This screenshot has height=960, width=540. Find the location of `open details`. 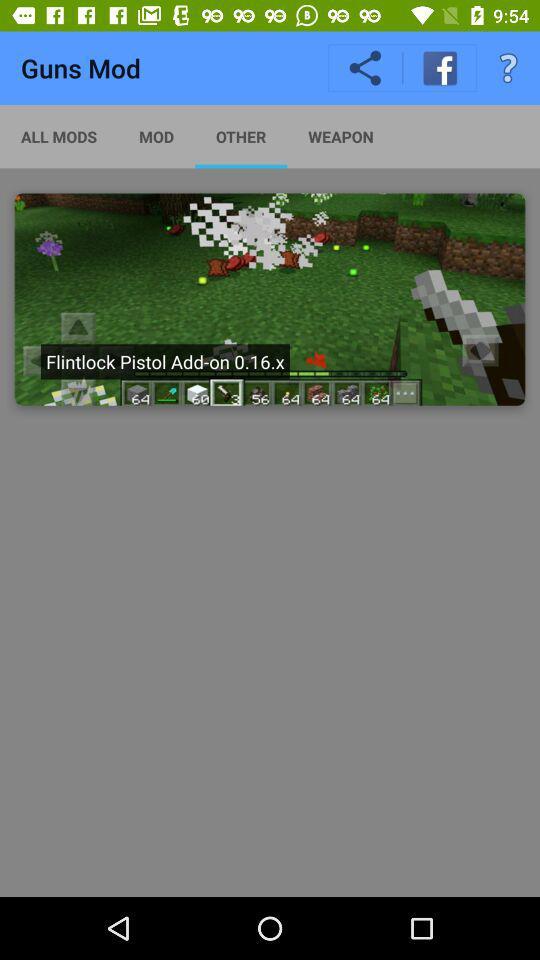

open details is located at coordinates (270, 298).